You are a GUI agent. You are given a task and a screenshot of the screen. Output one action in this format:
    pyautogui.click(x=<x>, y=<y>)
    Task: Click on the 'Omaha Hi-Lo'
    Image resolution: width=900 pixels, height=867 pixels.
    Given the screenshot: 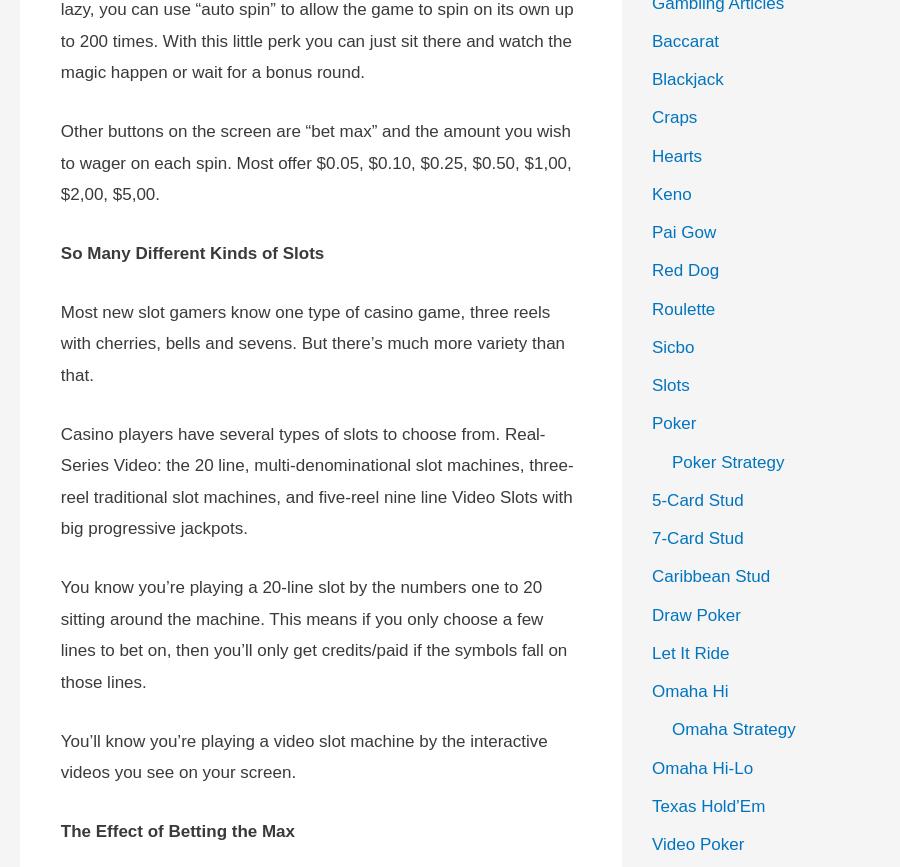 What is the action you would take?
    pyautogui.click(x=701, y=766)
    